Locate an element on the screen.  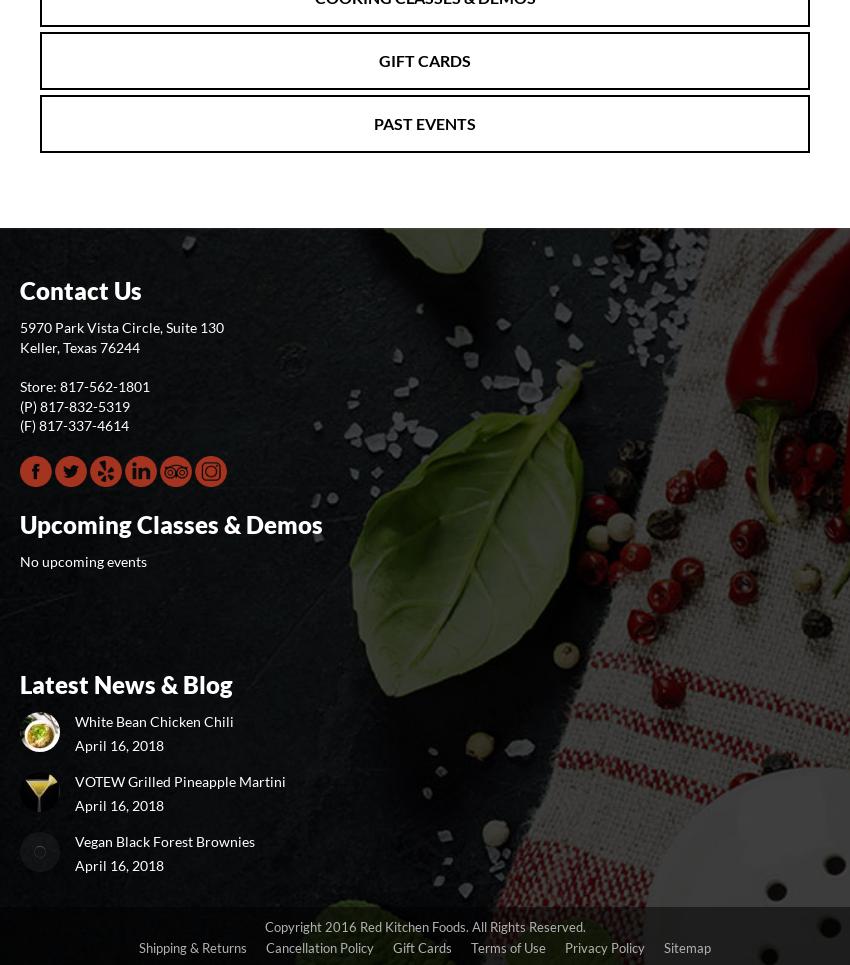
'Keller, Texas 76244' is located at coordinates (79, 346).